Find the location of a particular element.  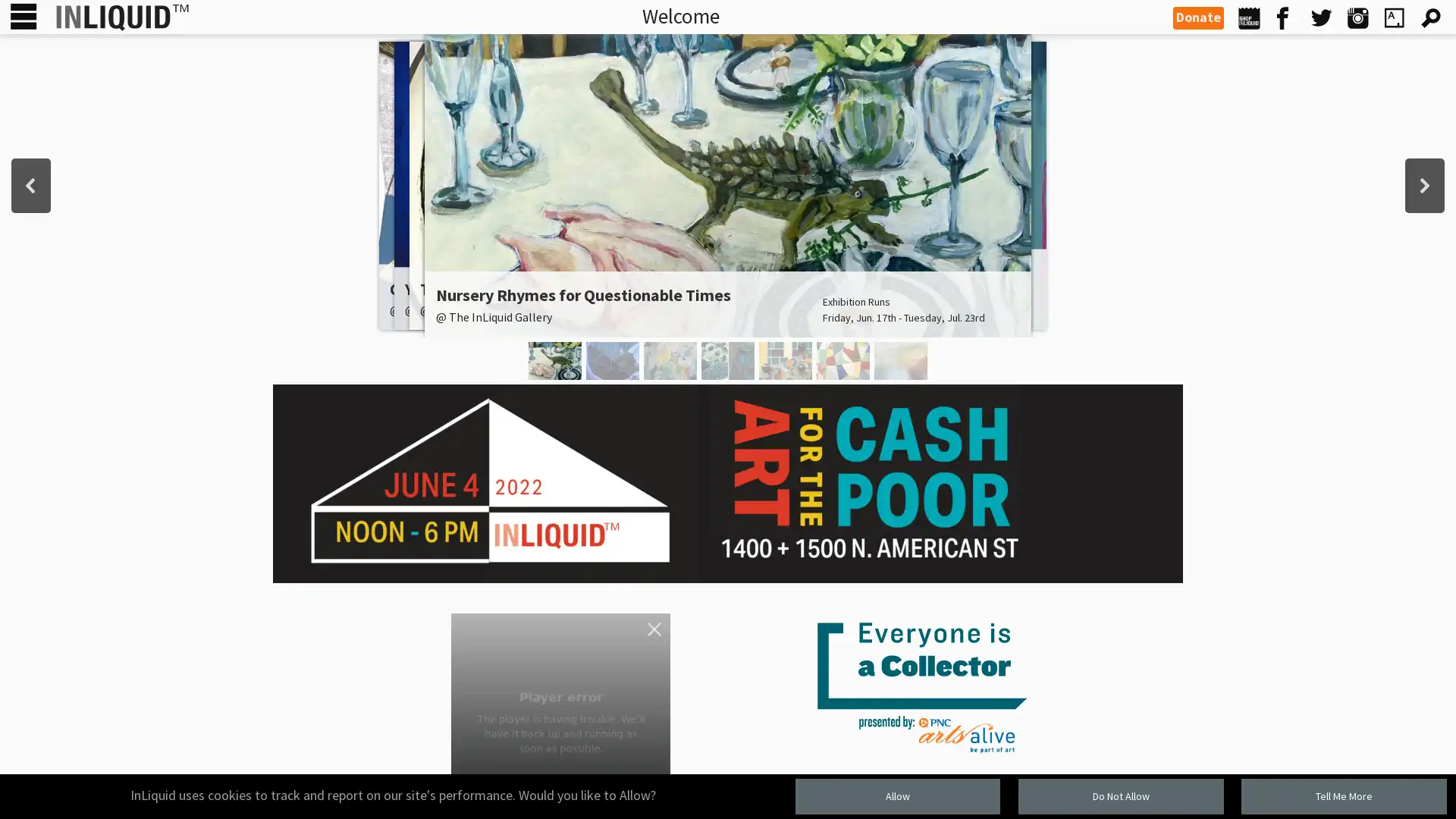

You Are Here is located at coordinates (612, 360).